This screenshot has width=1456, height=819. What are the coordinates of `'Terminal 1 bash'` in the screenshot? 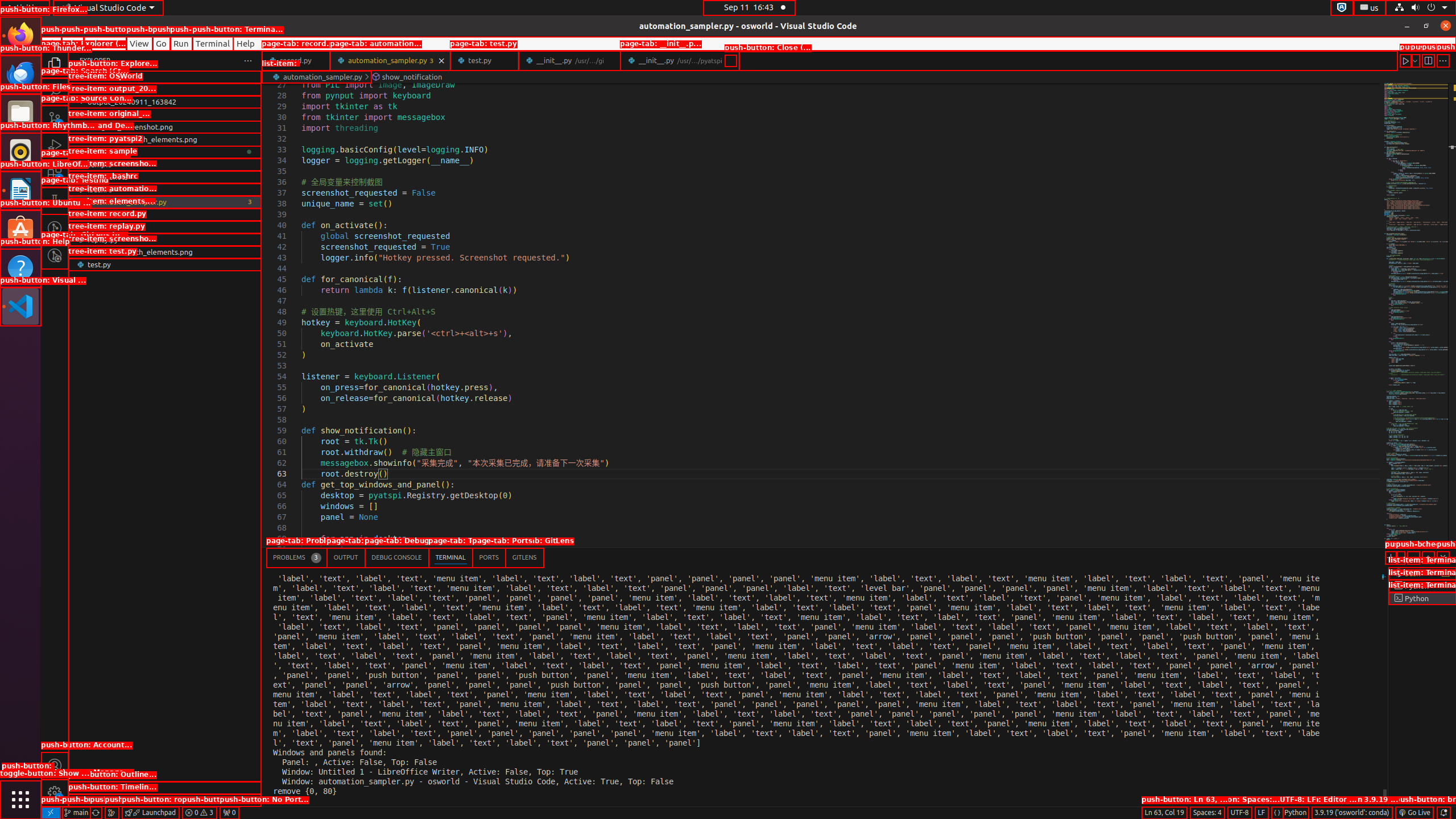 It's located at (1421, 573).